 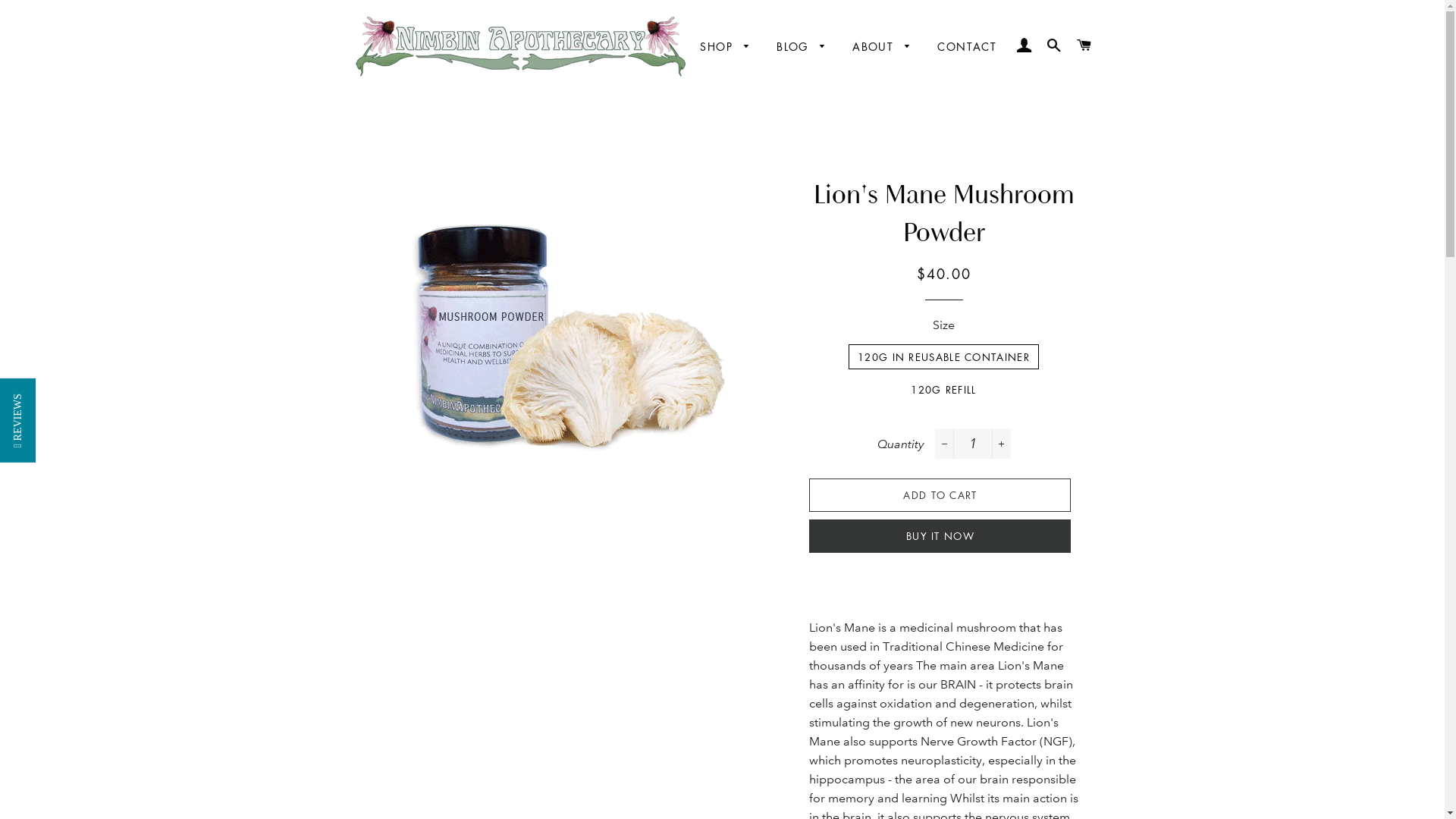 What do you see at coordinates (939, 494) in the screenshot?
I see `'ADD TO CART'` at bounding box center [939, 494].